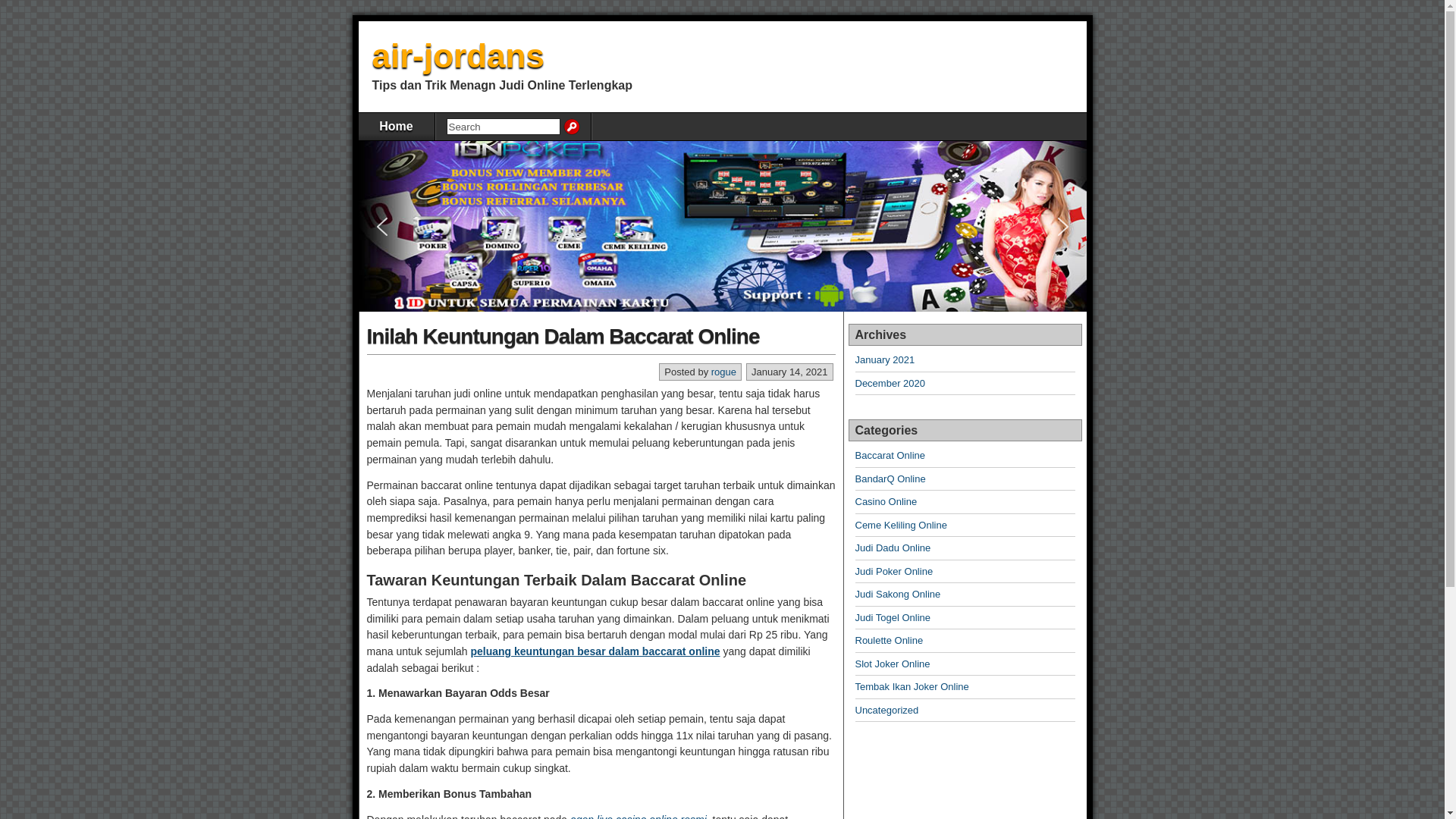 The image size is (1456, 819). What do you see at coordinates (893, 663) in the screenshot?
I see `'Slot Joker Online'` at bounding box center [893, 663].